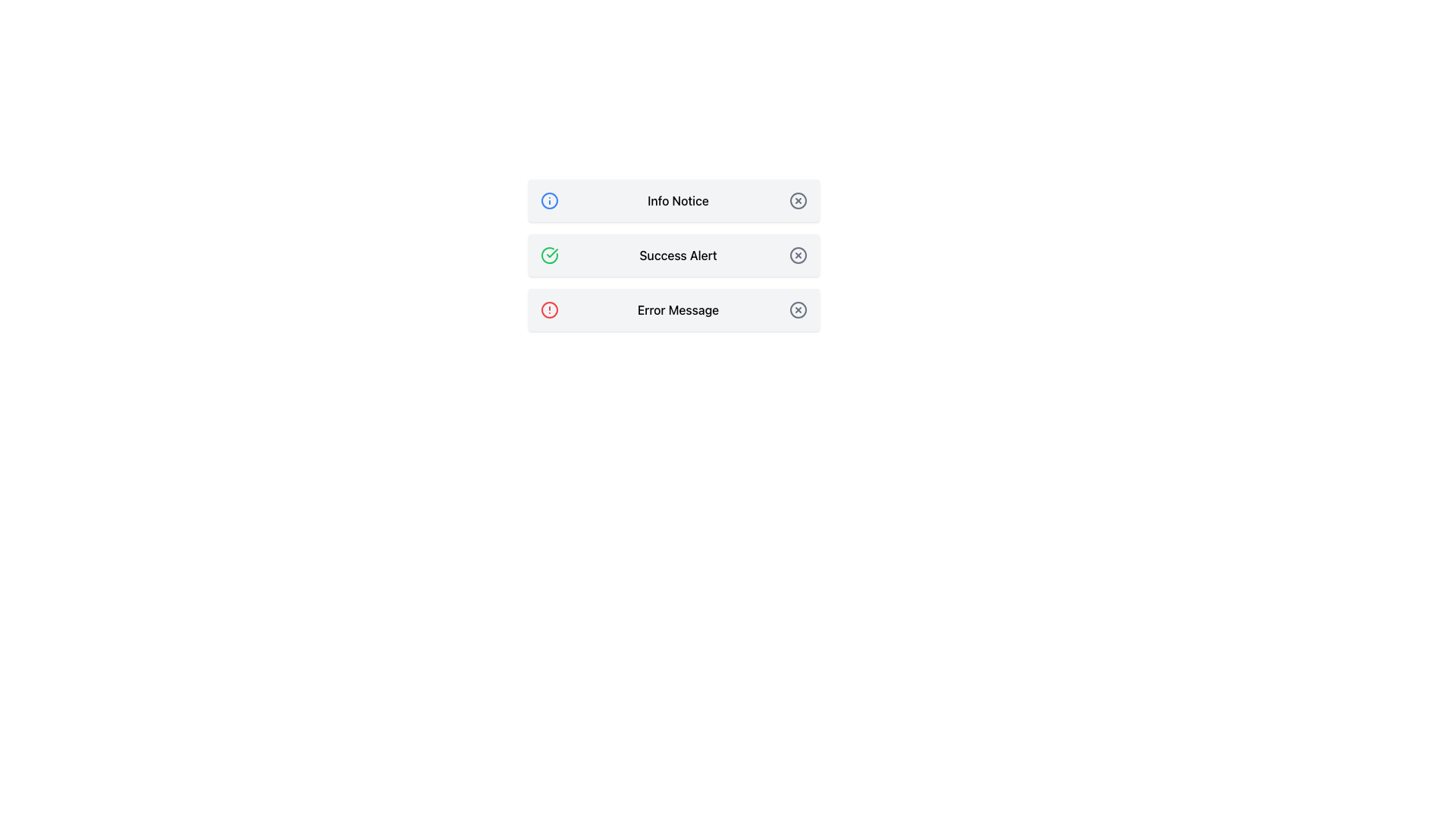 This screenshot has width=1456, height=819. Describe the element at coordinates (677, 309) in the screenshot. I see `the error message text label, which is part of an alert component located below 'Info Notice' and 'Success Alert'` at that location.